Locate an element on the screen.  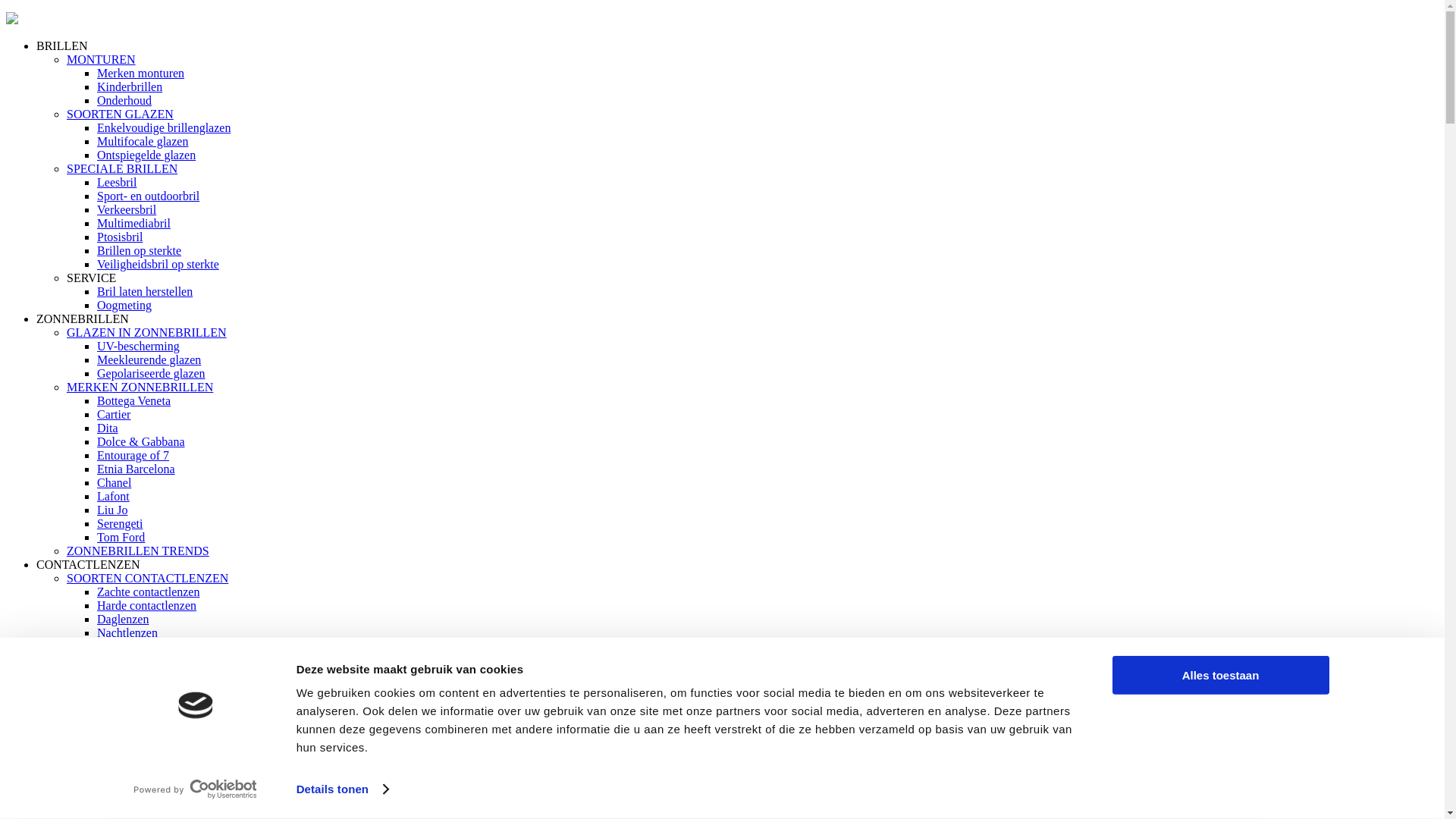
'Meekleurende glazen' is located at coordinates (96, 359).